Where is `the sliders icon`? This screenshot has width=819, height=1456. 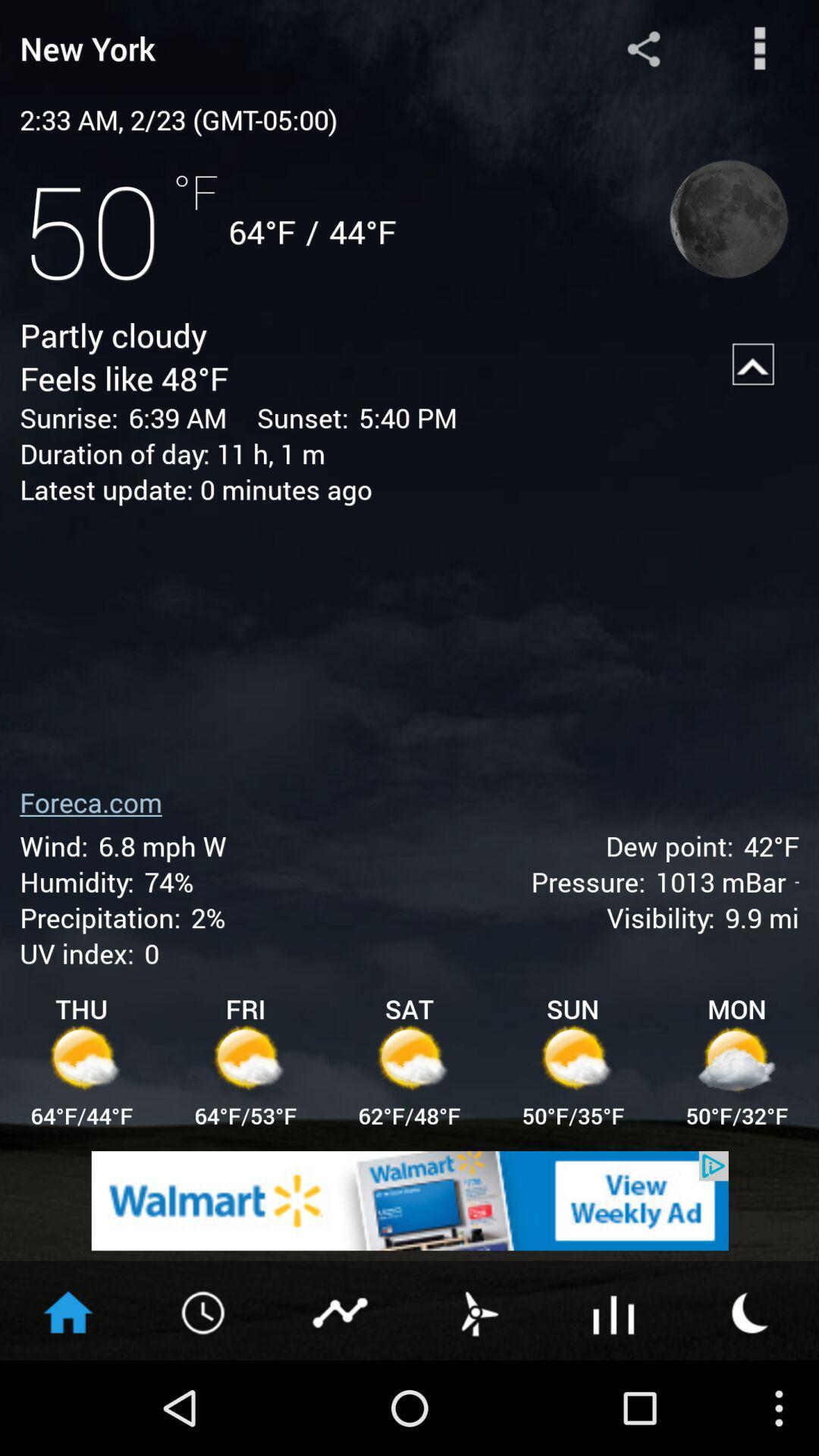
the sliders icon is located at coordinates (614, 1402).